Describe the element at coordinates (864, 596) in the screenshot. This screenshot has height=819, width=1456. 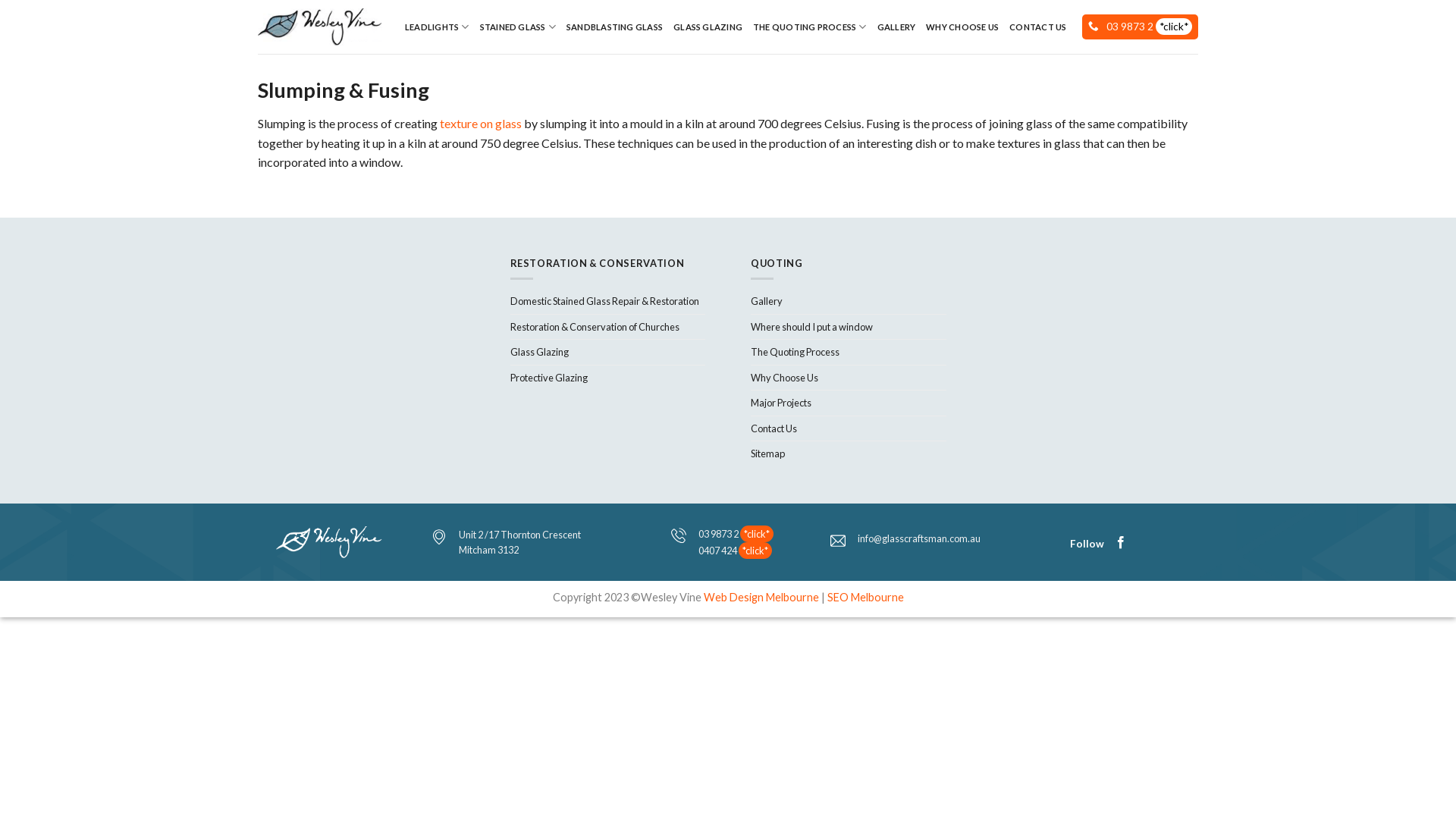
I see `'SEO Melbourne'` at that location.